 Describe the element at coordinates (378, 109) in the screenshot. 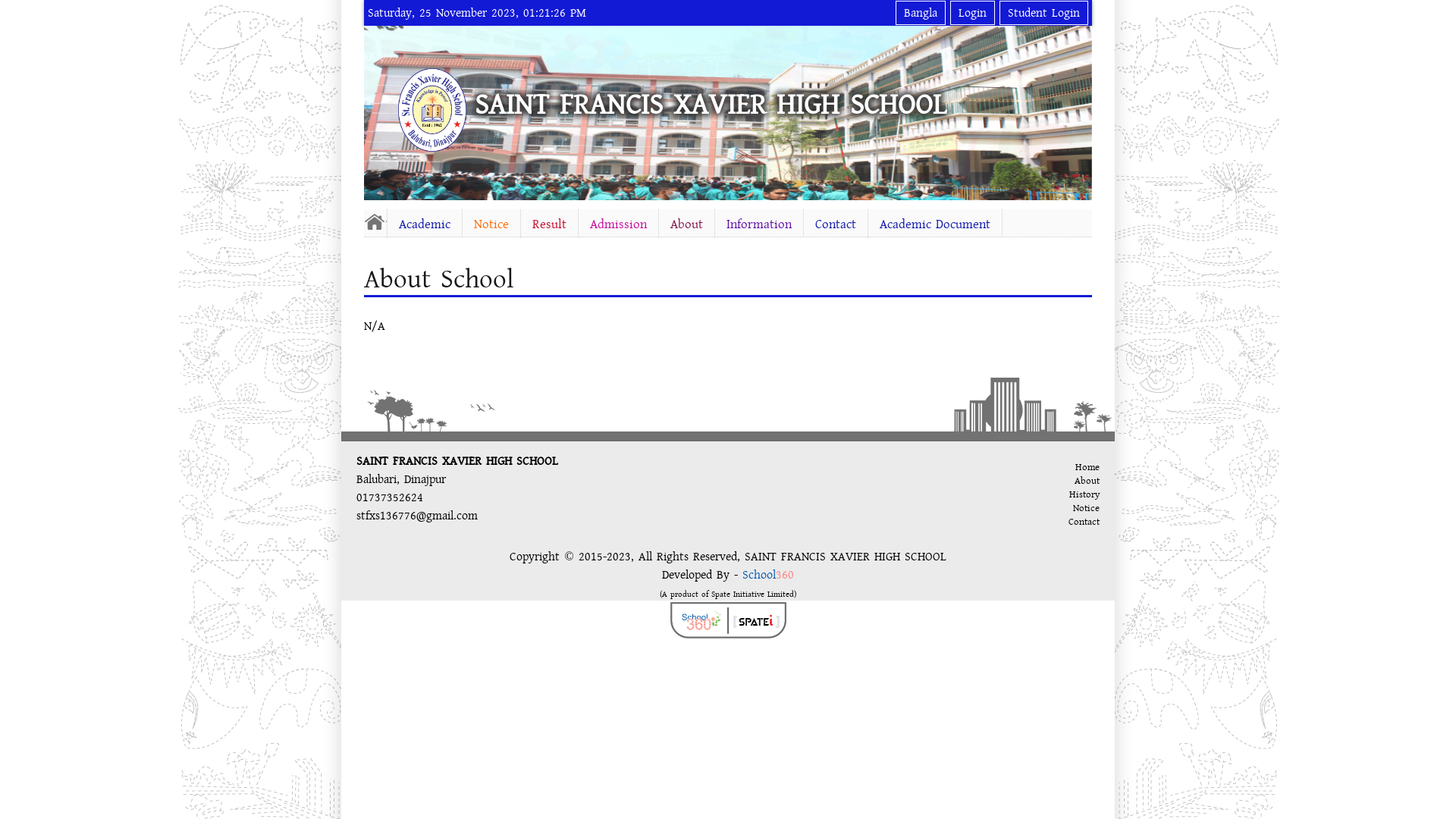

I see `'Previous'` at that location.